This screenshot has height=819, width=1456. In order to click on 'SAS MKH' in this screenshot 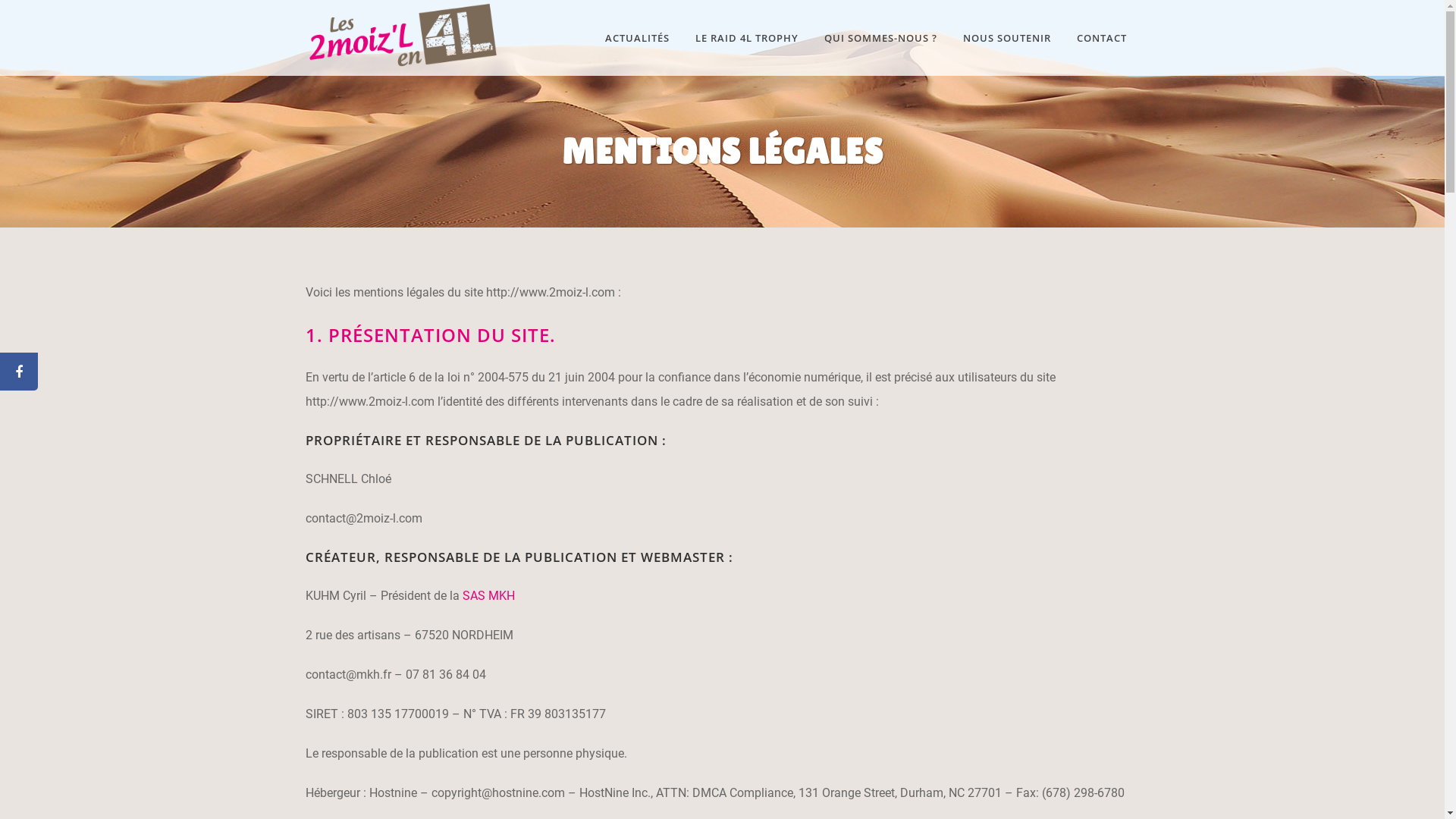, I will do `click(488, 595)`.